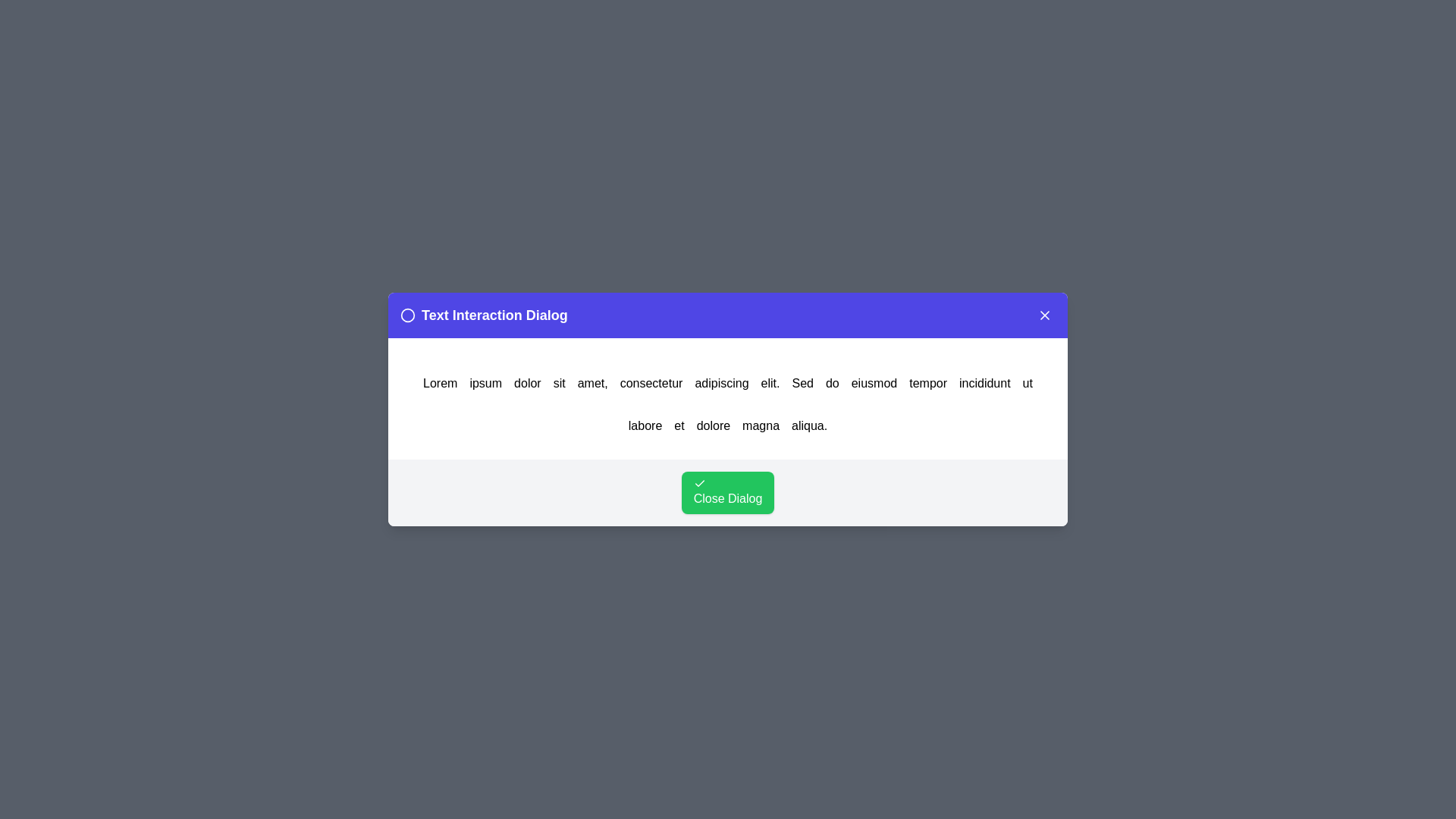 Image resolution: width=1456 pixels, height=819 pixels. What do you see at coordinates (1043, 315) in the screenshot?
I see `the close button in the top-right corner of the dialog to dismiss it` at bounding box center [1043, 315].